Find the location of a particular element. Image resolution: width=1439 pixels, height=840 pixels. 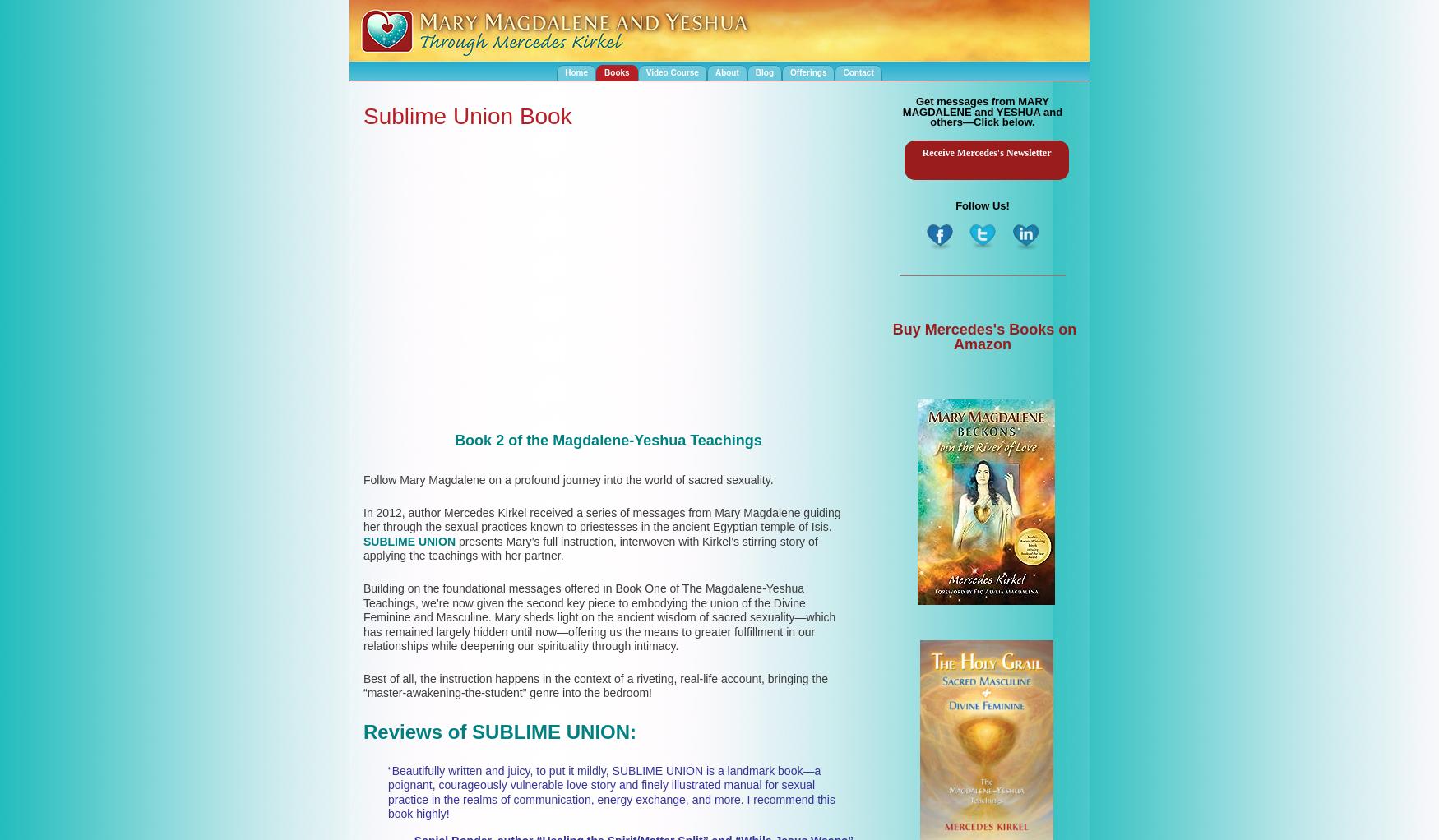

'Best of all, the instruction happens in the context of a riveting, real-life account, bringing the “master-awakening-the-student” genre into the bedroom!' is located at coordinates (595, 684).